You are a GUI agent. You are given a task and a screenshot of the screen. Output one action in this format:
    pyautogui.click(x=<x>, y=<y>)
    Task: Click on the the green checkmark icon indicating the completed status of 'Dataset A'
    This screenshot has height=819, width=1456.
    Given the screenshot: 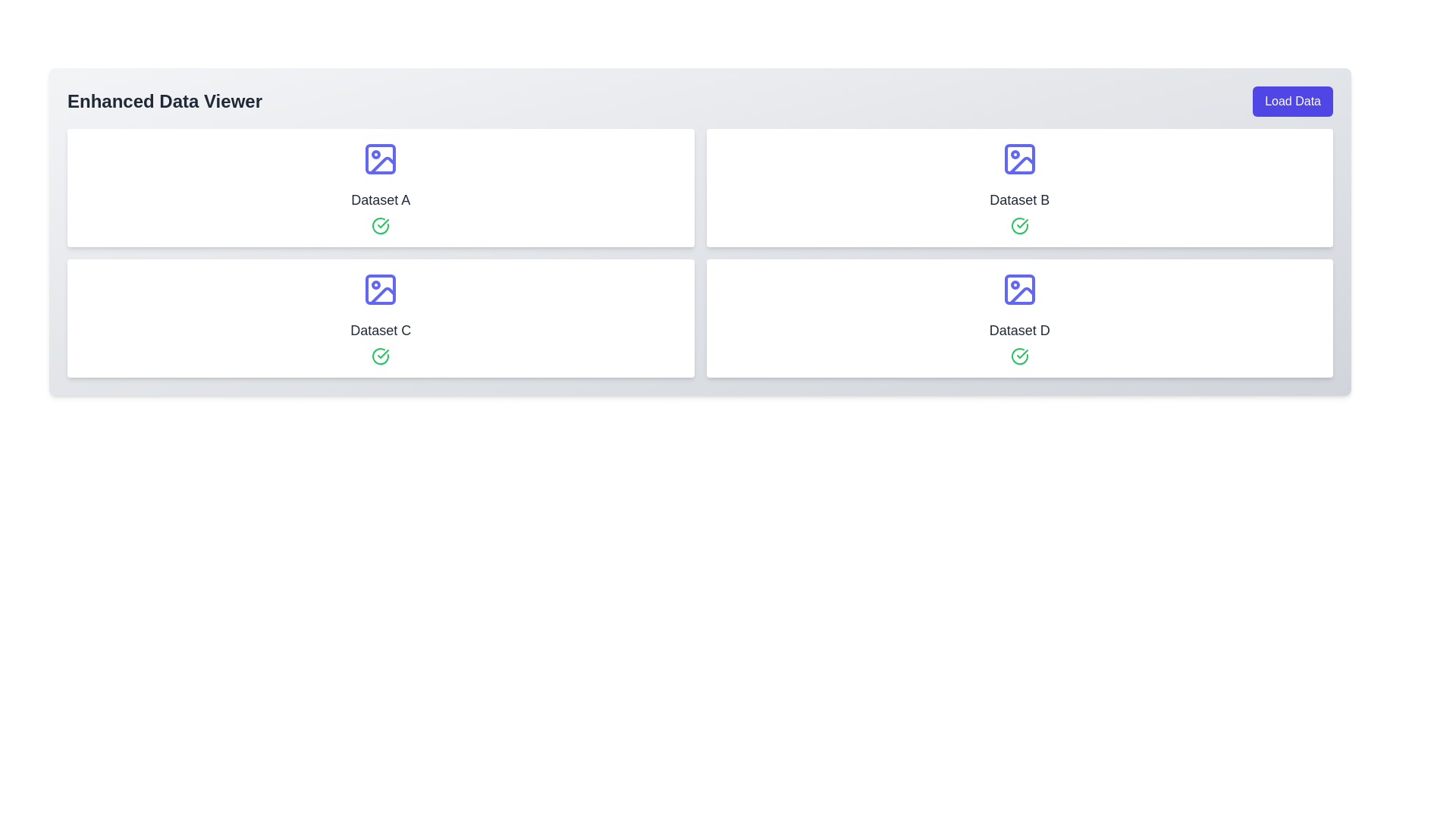 What is the action you would take?
    pyautogui.click(x=383, y=353)
    